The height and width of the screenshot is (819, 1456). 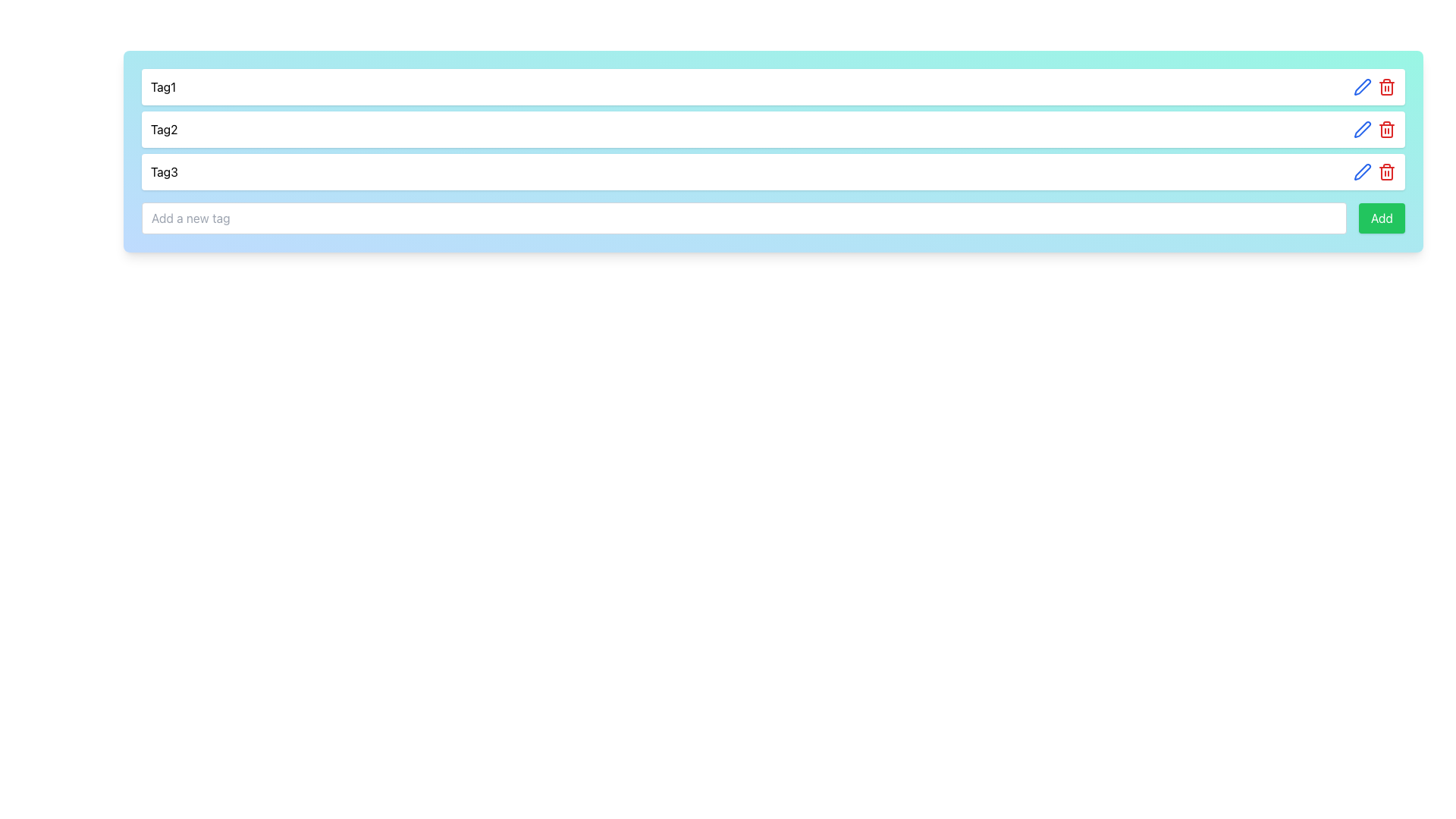 What do you see at coordinates (1375, 171) in the screenshot?
I see `the red trash bin icon located in the far-right section of the row containing the label 'Tag3'` at bounding box center [1375, 171].